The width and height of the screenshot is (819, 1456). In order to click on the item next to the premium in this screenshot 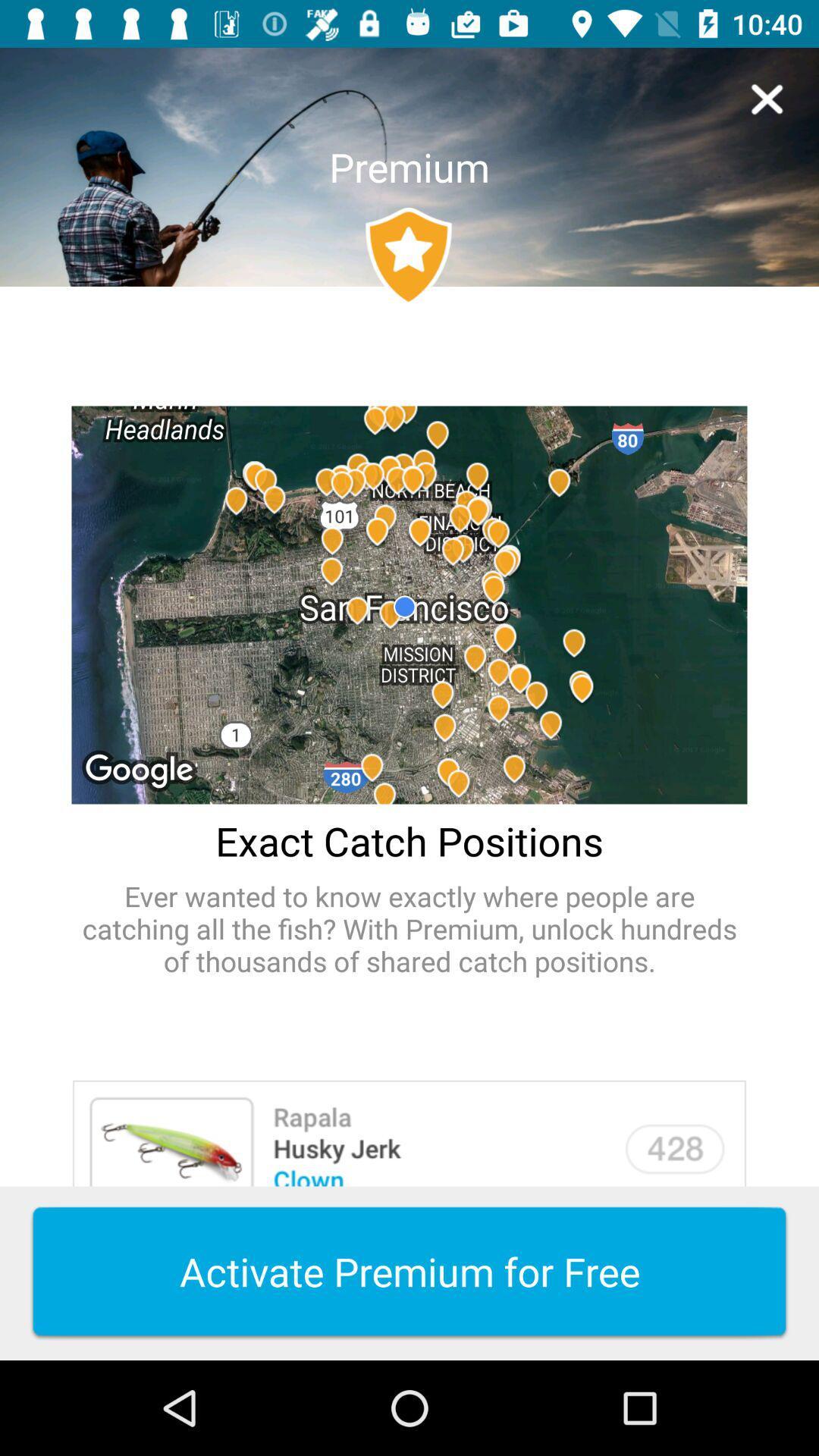, I will do `click(767, 99)`.